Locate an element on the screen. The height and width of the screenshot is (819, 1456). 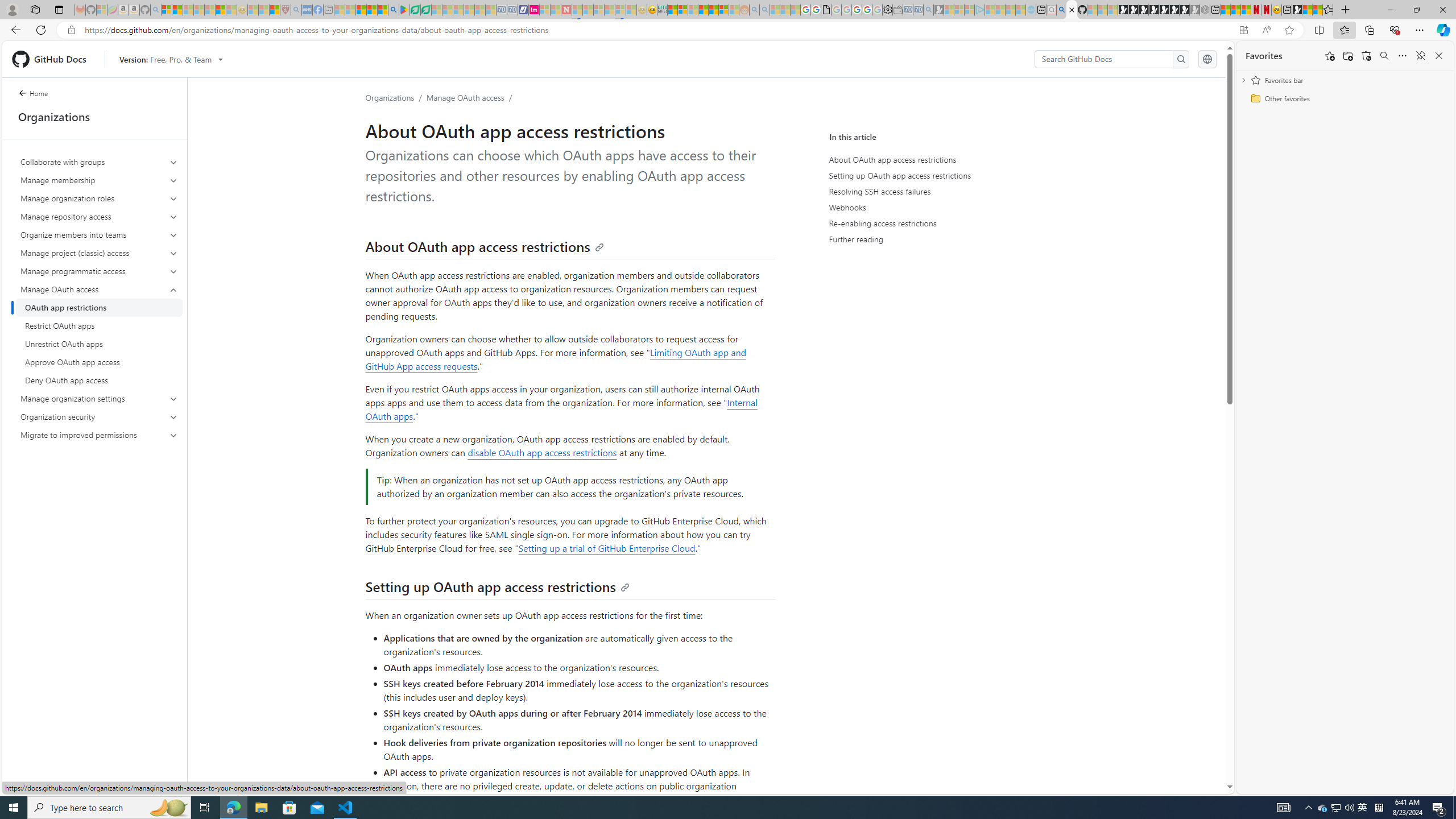
'Restrict OAuth apps' is located at coordinates (99, 325).